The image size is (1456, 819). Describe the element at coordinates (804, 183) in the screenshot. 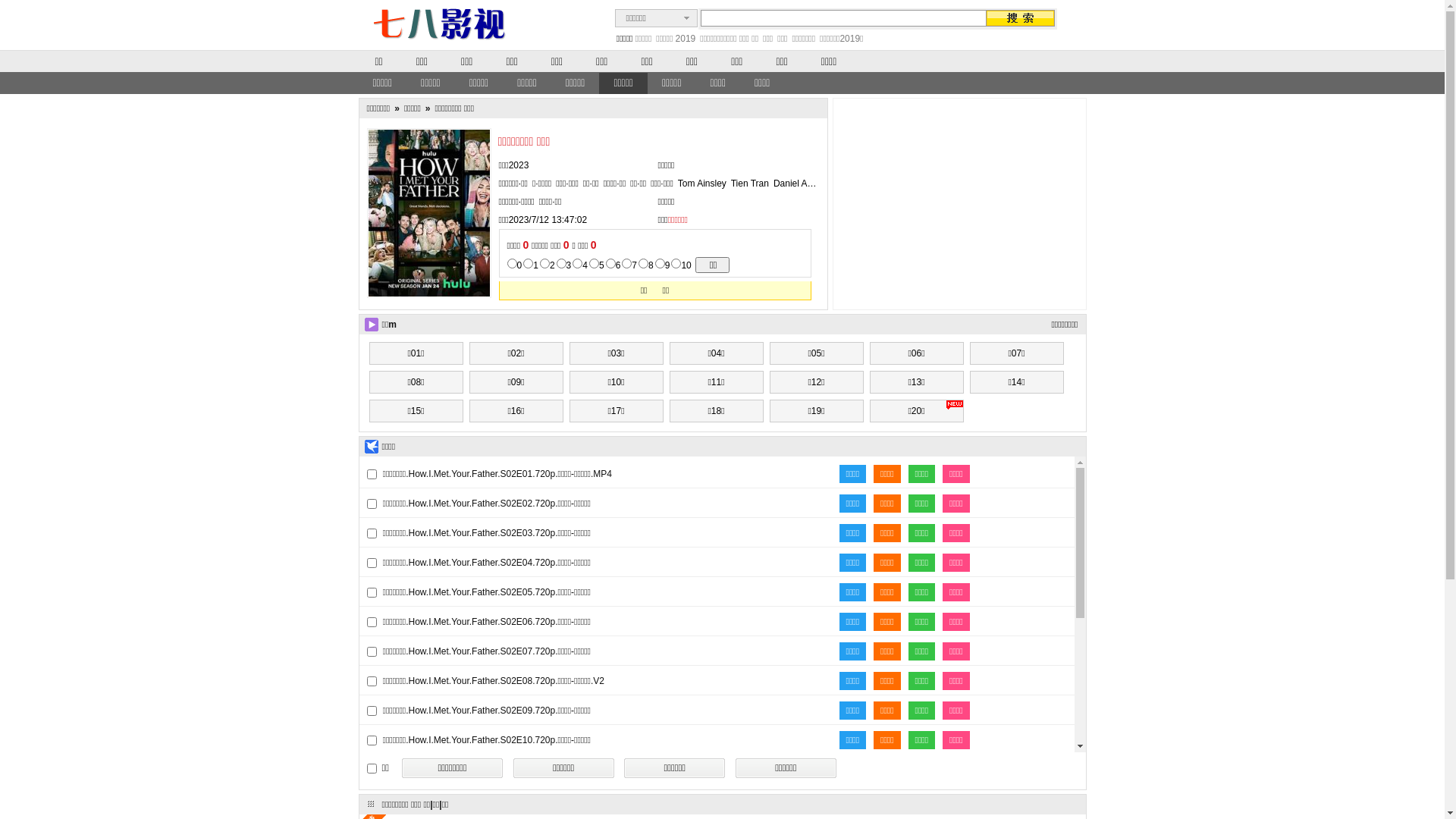

I see `'Daniel Augustin'` at that location.